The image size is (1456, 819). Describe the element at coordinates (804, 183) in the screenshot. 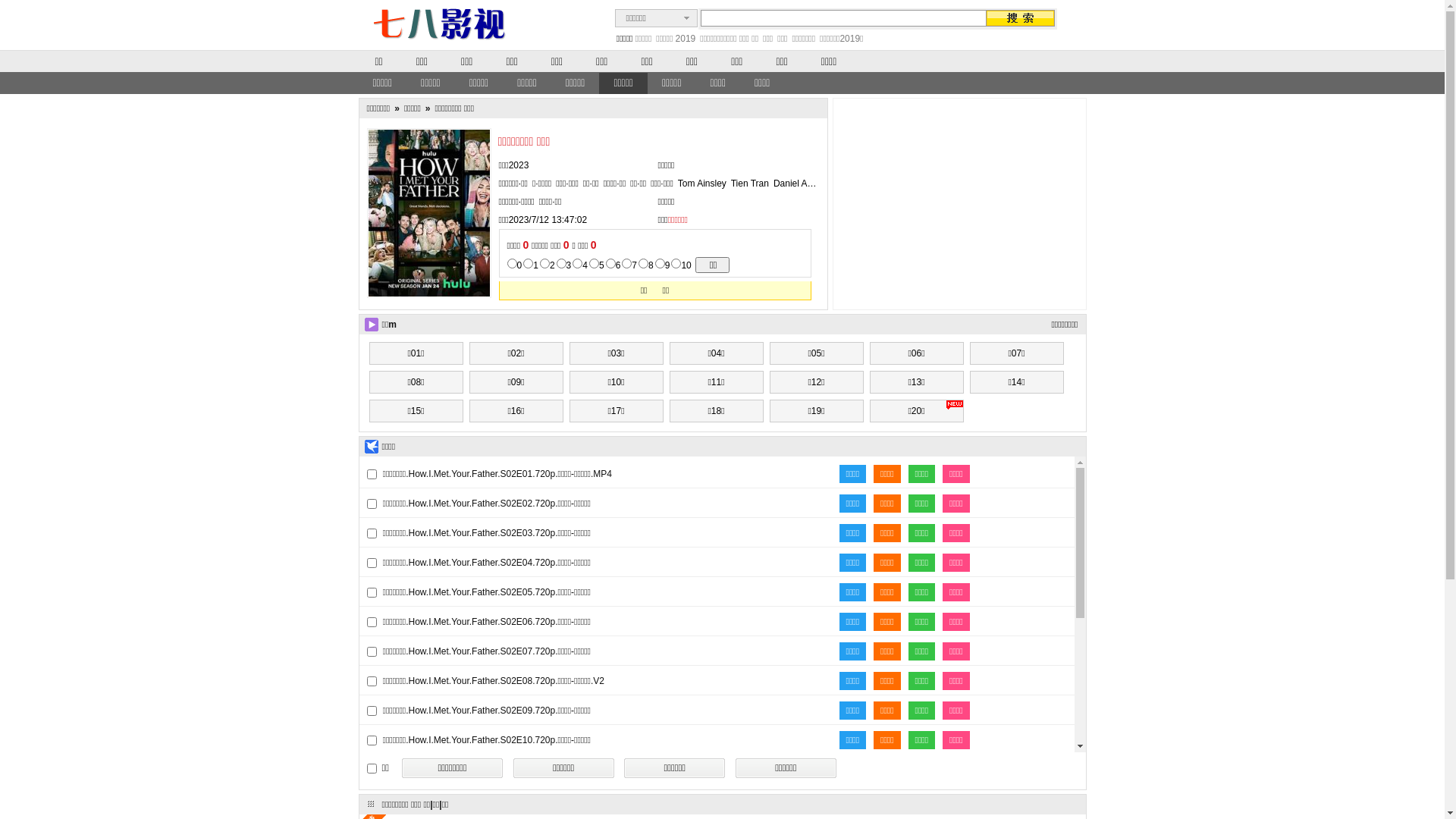

I see `'Daniel Augustin'` at that location.